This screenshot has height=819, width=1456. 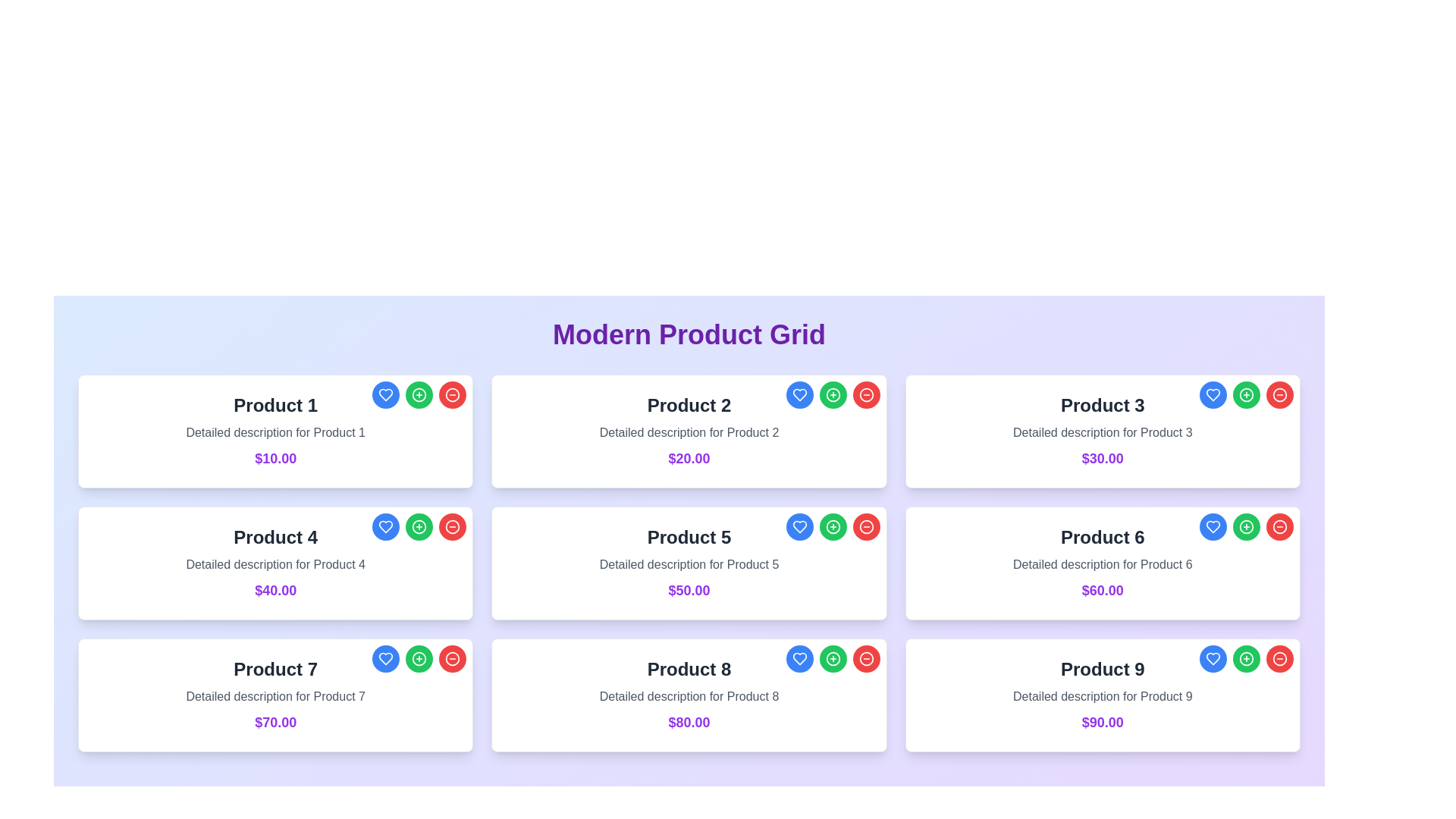 I want to click on the informational text label associated with 'Product 6', located in the sixth product card of a 3x3 grid layout, positioned beneath the product title and above the price, so click(x=1103, y=564).